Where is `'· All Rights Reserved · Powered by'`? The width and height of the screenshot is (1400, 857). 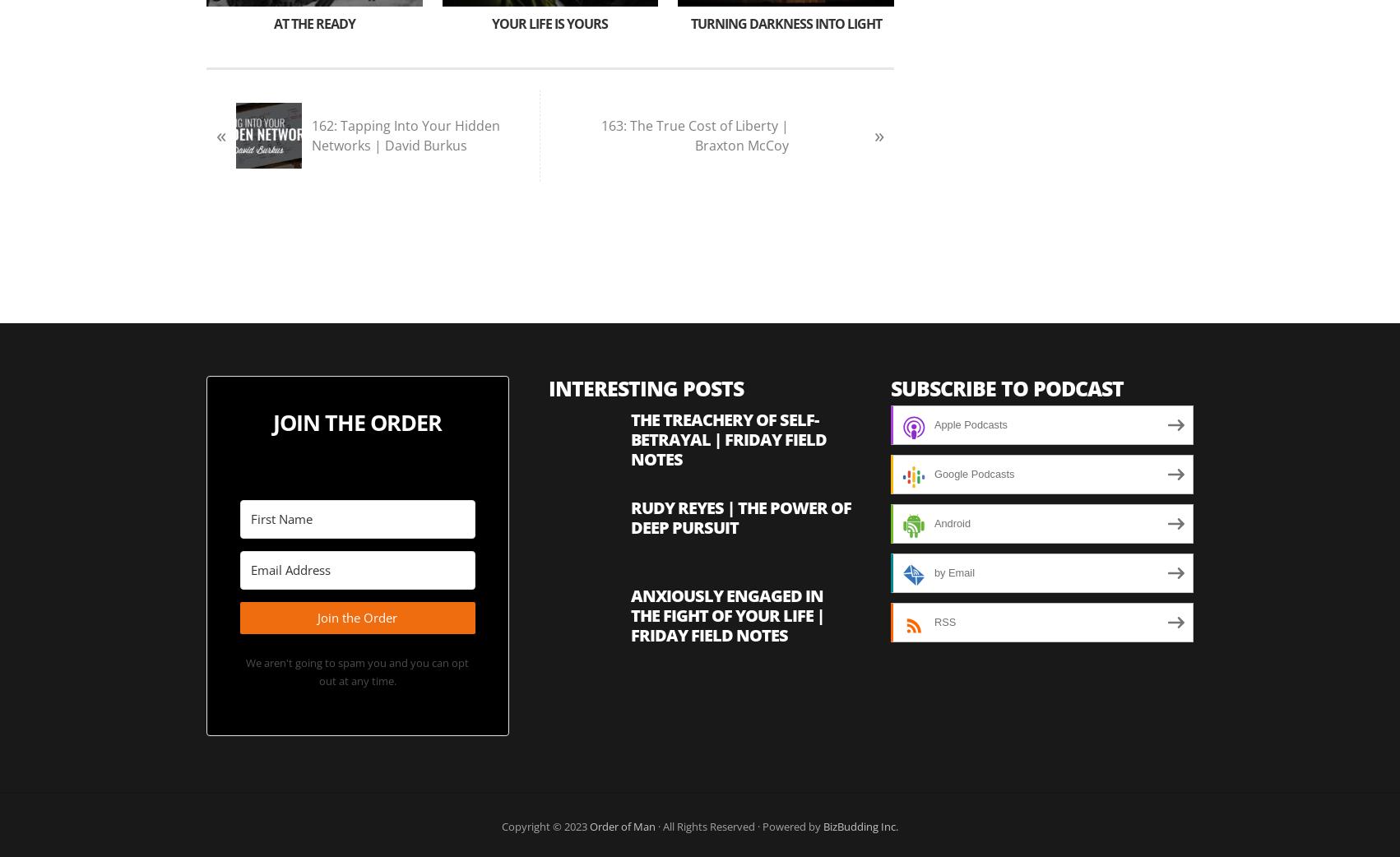
'· All Rights Reserved · Powered by' is located at coordinates (739, 825).